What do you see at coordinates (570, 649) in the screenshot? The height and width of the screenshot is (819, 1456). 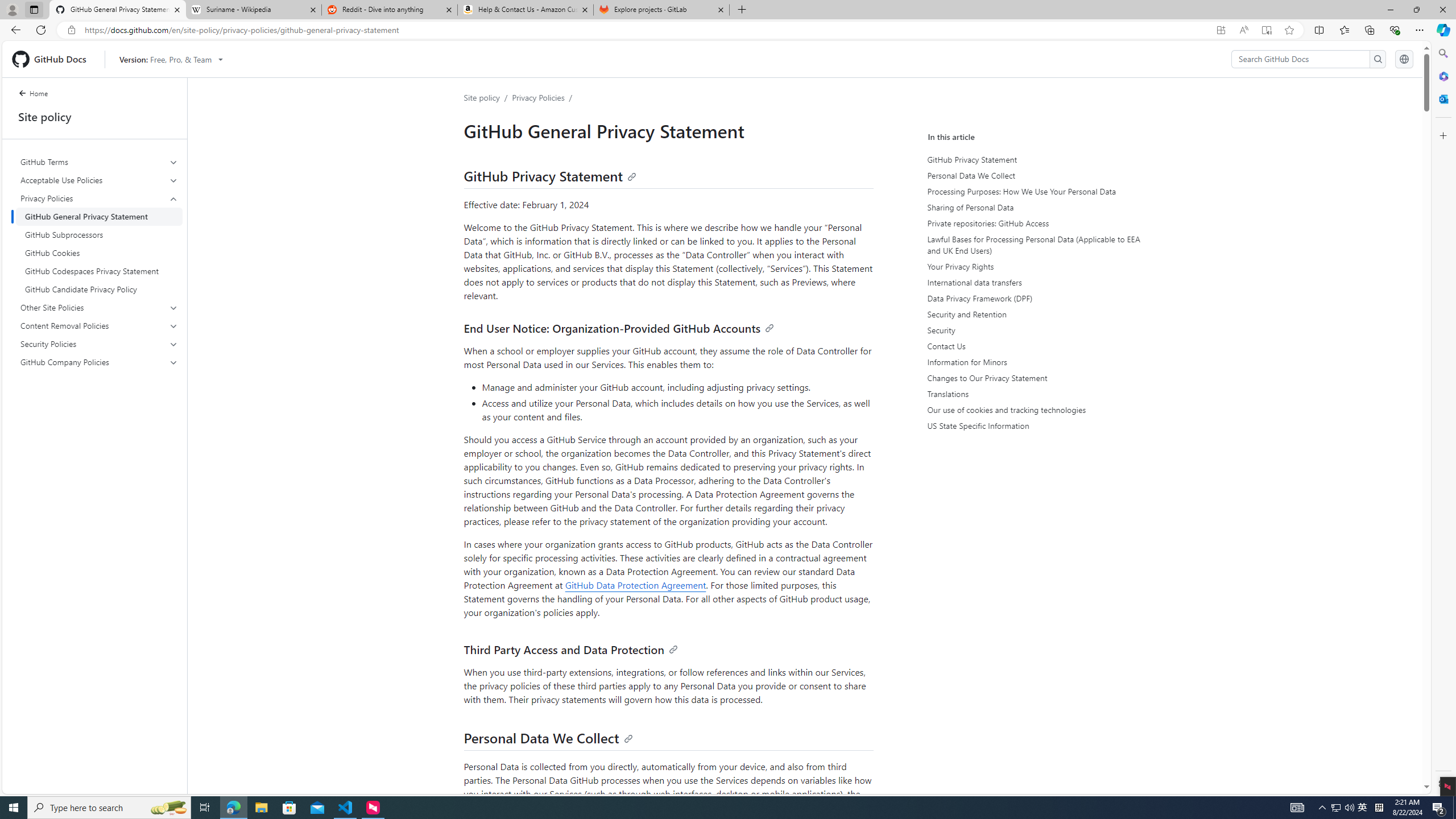 I see `'Third Party Access and Data Protection'` at bounding box center [570, 649].